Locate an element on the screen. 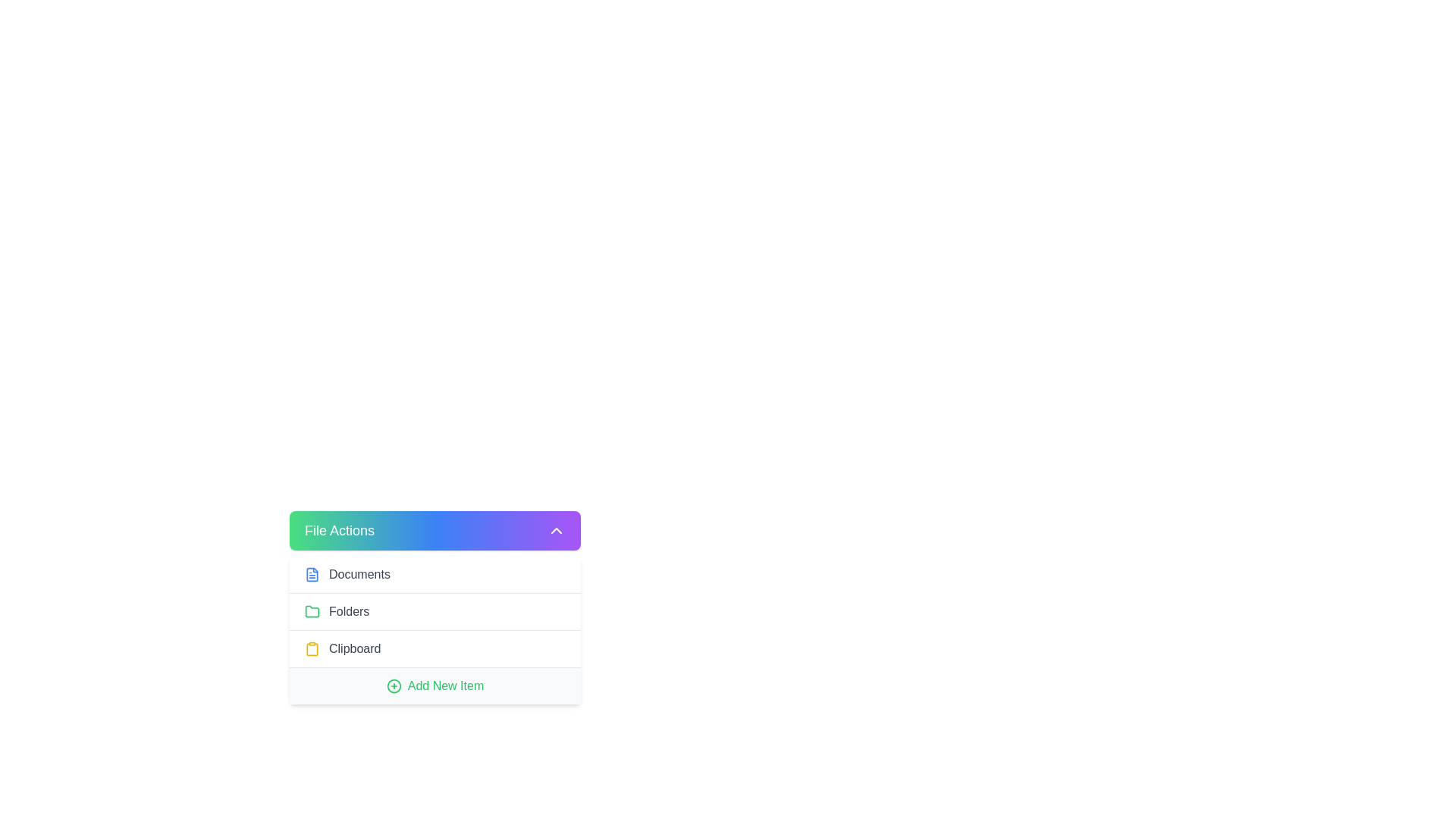 This screenshot has height=819, width=1456. the 'Documents' button in the dropdown menu under 'File Actions' is located at coordinates (435, 575).